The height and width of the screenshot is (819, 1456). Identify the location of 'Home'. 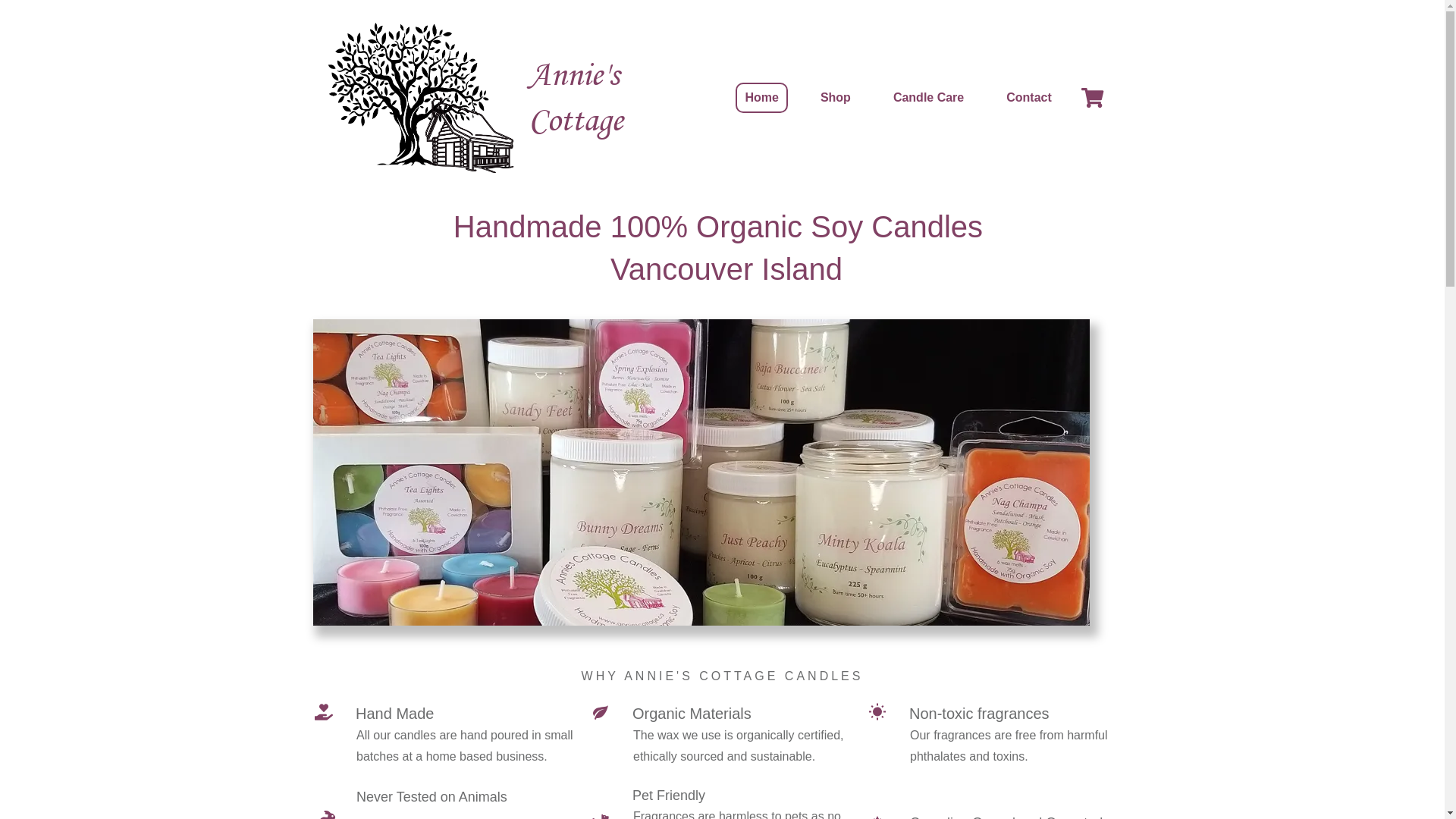
(745, 97).